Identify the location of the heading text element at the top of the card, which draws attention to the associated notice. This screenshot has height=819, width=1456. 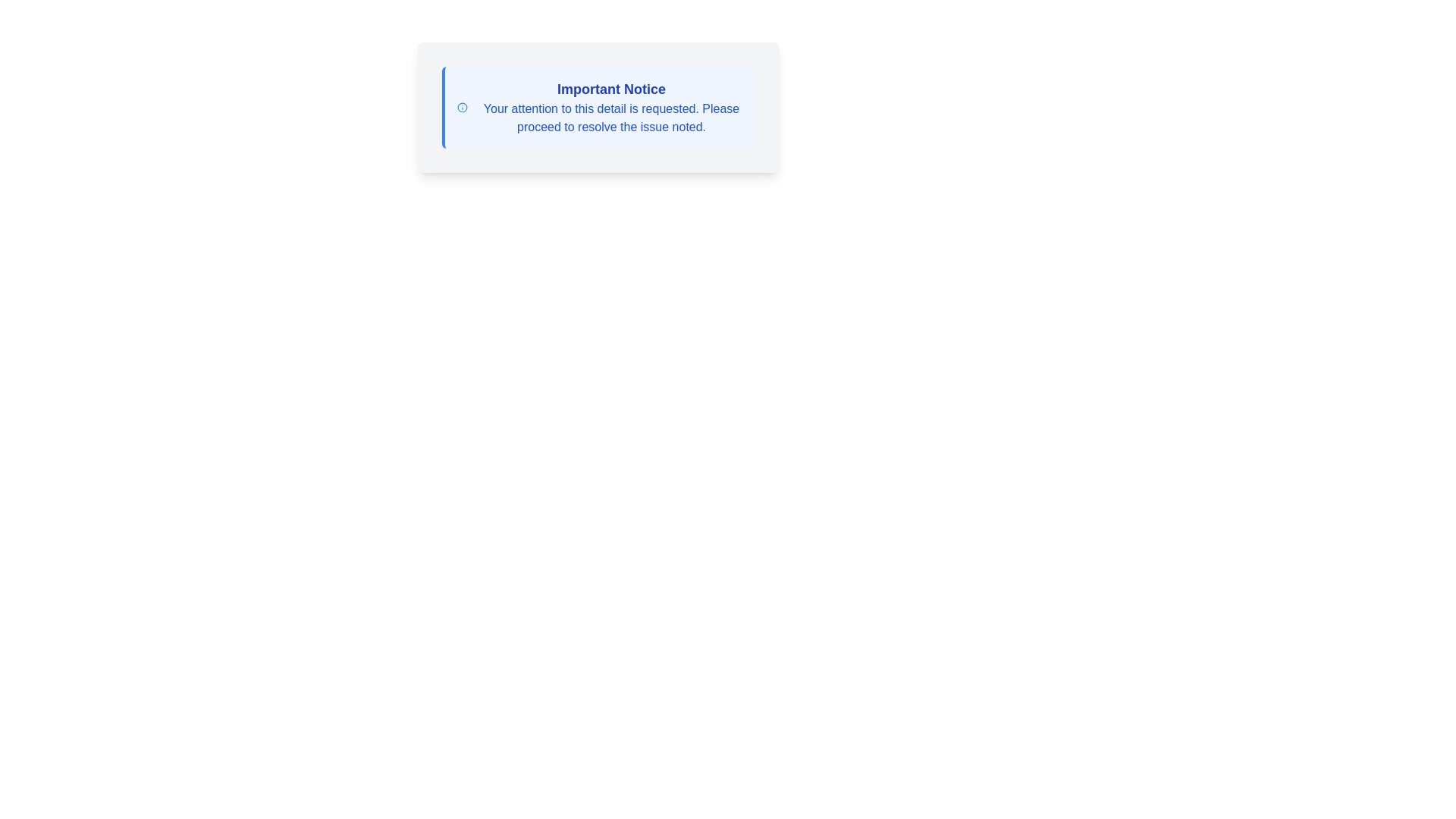
(611, 89).